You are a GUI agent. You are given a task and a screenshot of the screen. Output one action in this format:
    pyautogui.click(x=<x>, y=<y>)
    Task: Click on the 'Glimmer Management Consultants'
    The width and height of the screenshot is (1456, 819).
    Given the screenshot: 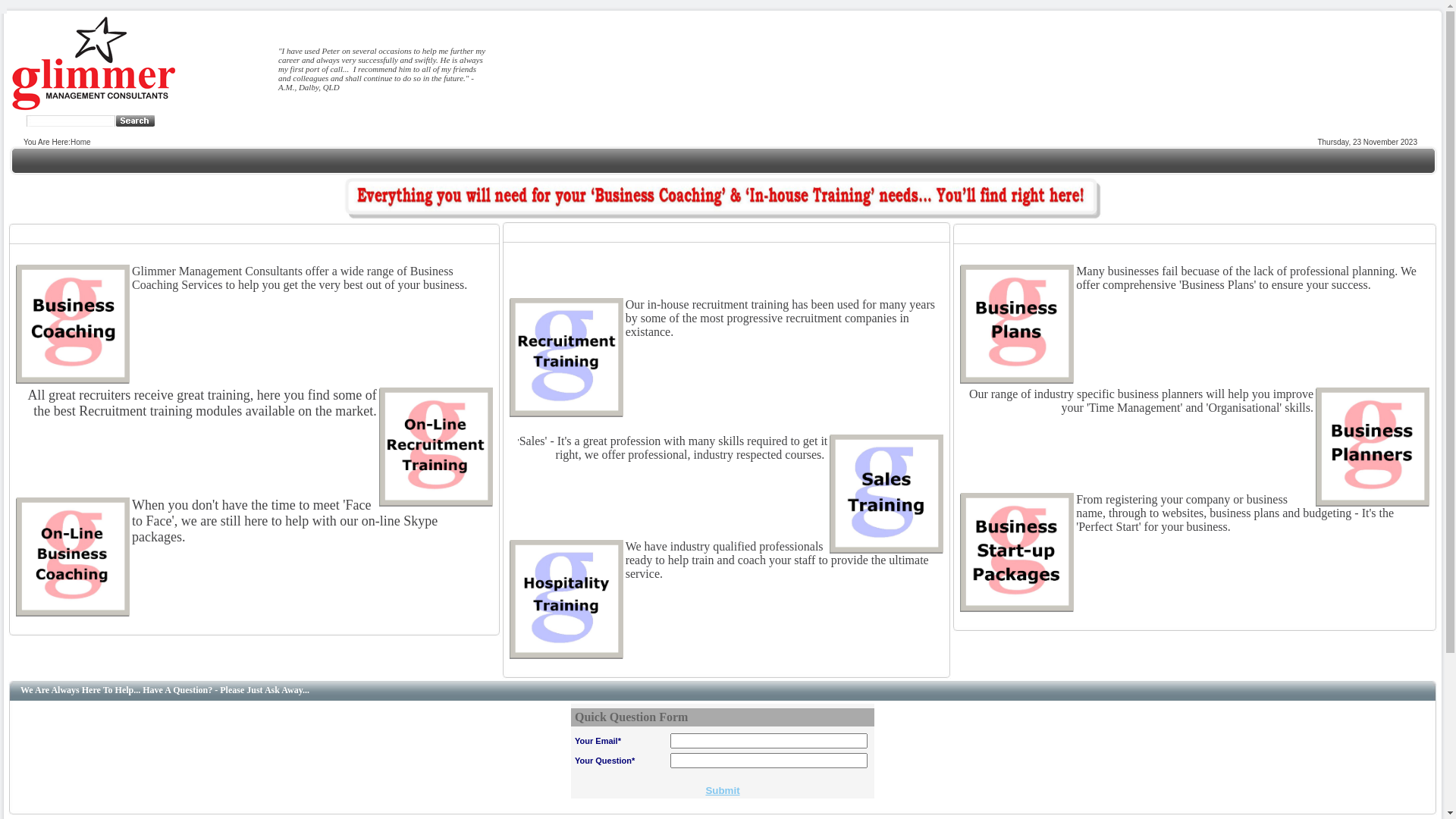 What is the action you would take?
    pyautogui.click(x=93, y=110)
    